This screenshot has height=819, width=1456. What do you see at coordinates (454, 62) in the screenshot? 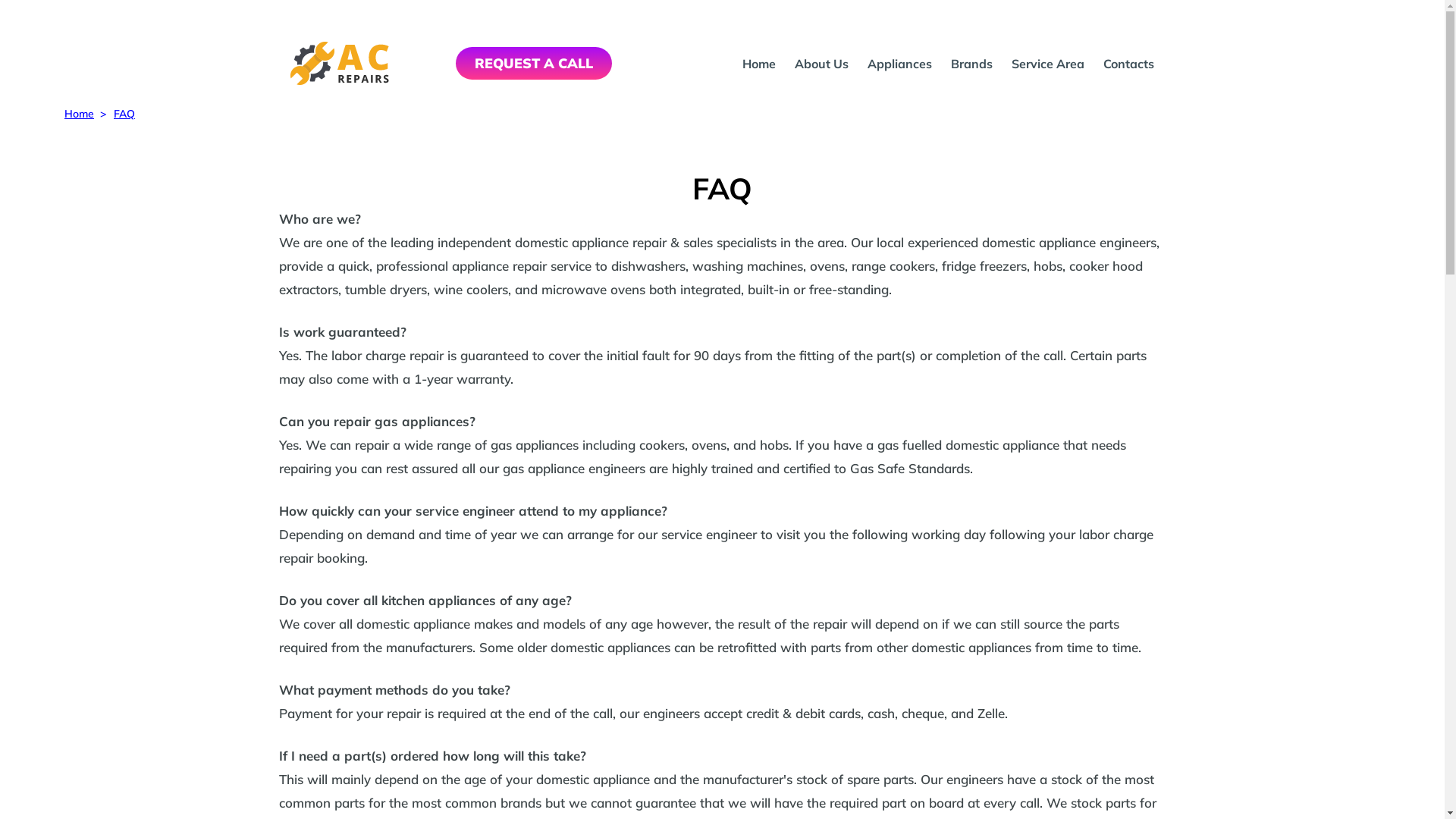
I see `'REQUEST A CALL'` at bounding box center [454, 62].